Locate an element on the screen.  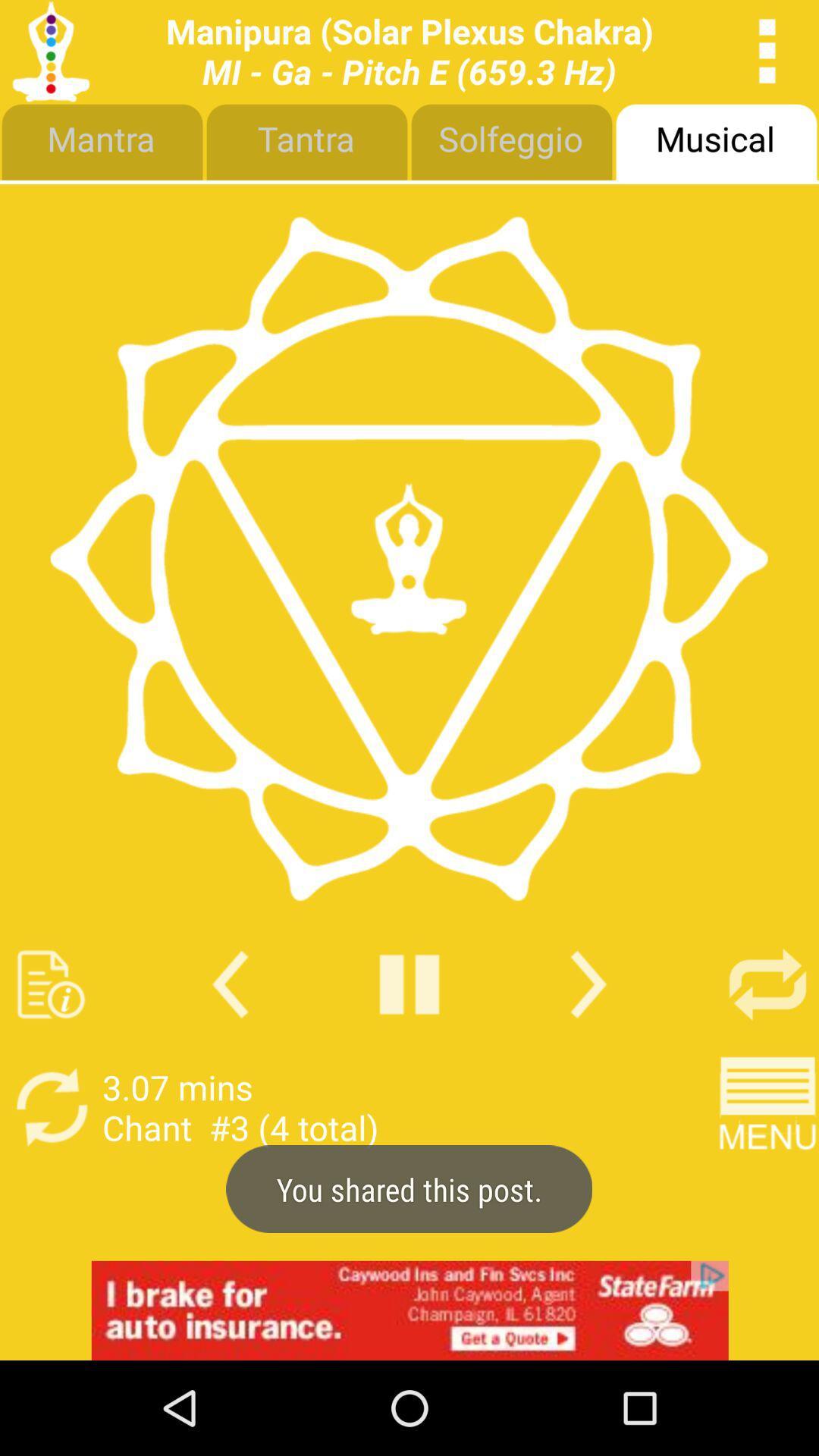
display image is located at coordinates (408, 557).